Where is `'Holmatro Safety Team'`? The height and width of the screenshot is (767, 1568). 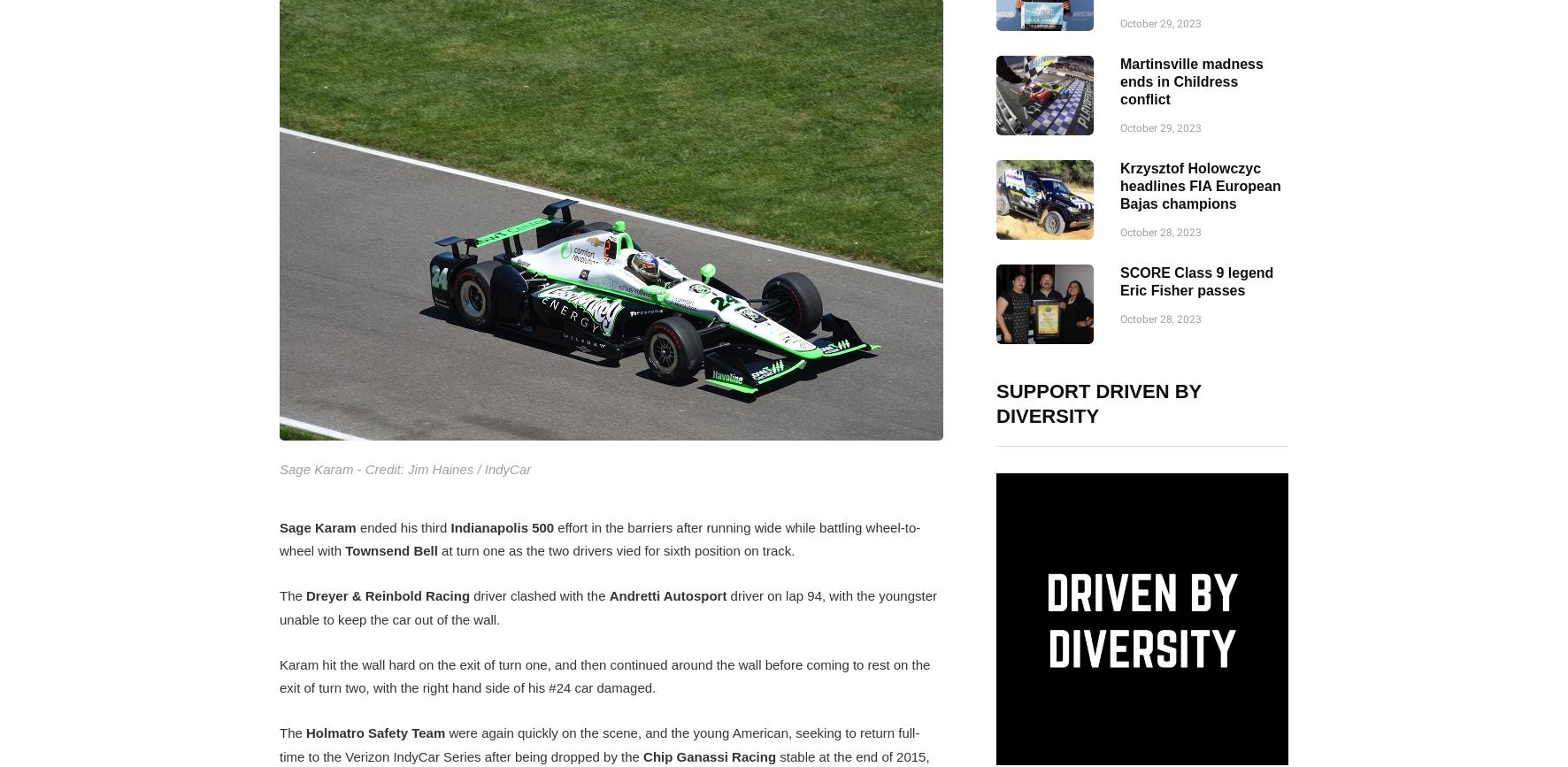
'Holmatro Safety Team' is located at coordinates (375, 732).